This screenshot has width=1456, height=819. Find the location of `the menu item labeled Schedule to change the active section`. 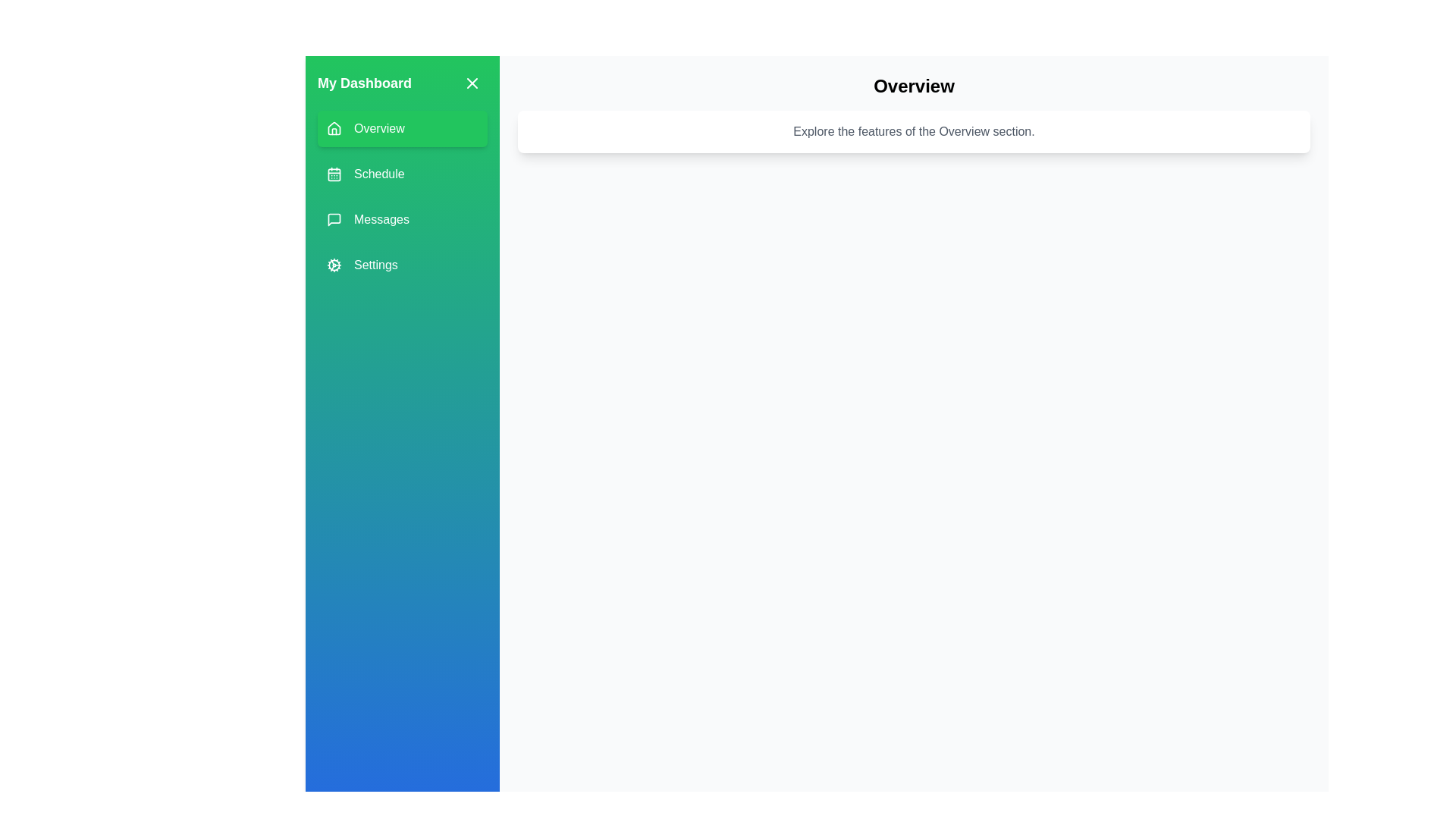

the menu item labeled Schedule to change the active section is located at coordinates (403, 174).